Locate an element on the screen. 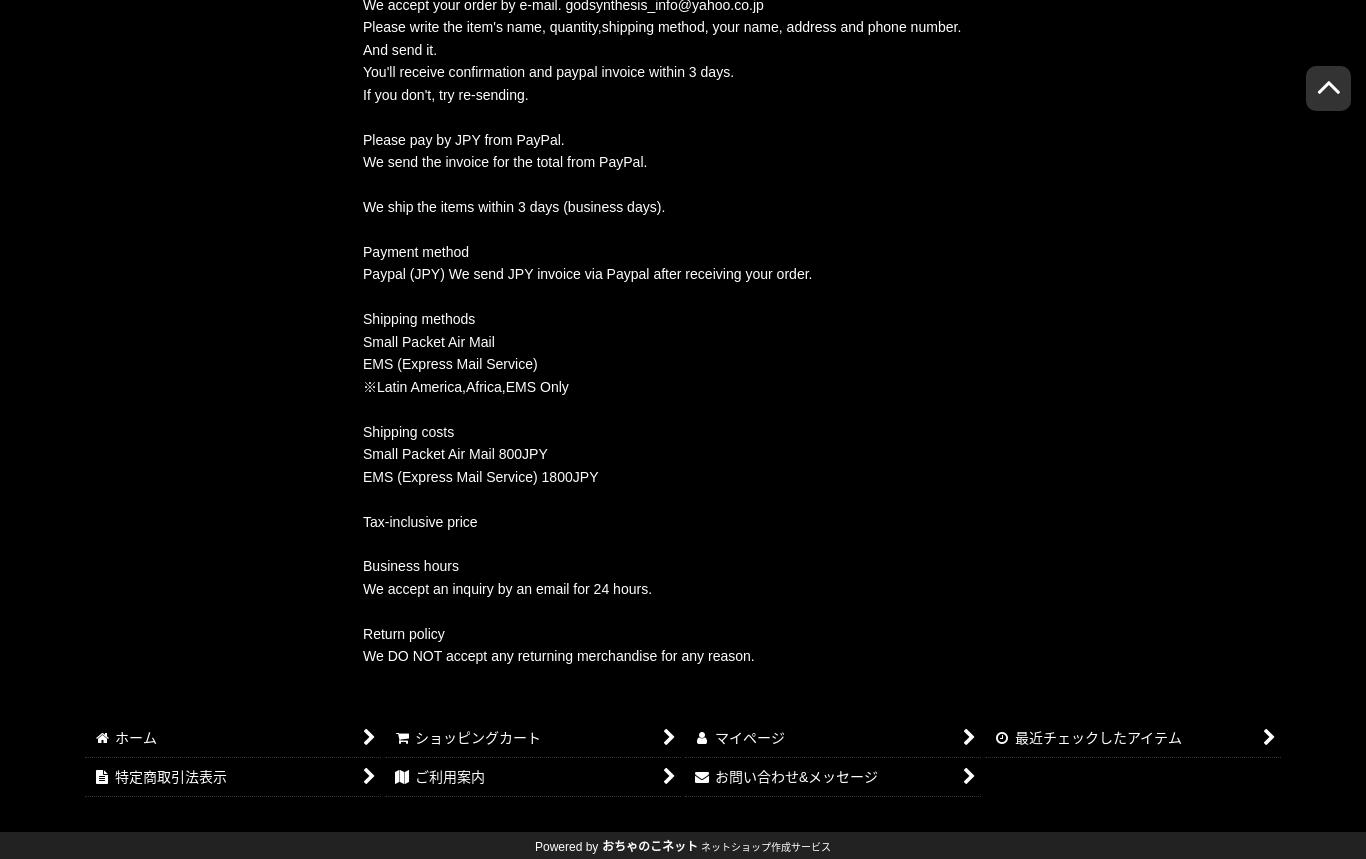  'You'll receive confirmation and paypal invoice within 3 days.' is located at coordinates (548, 70).